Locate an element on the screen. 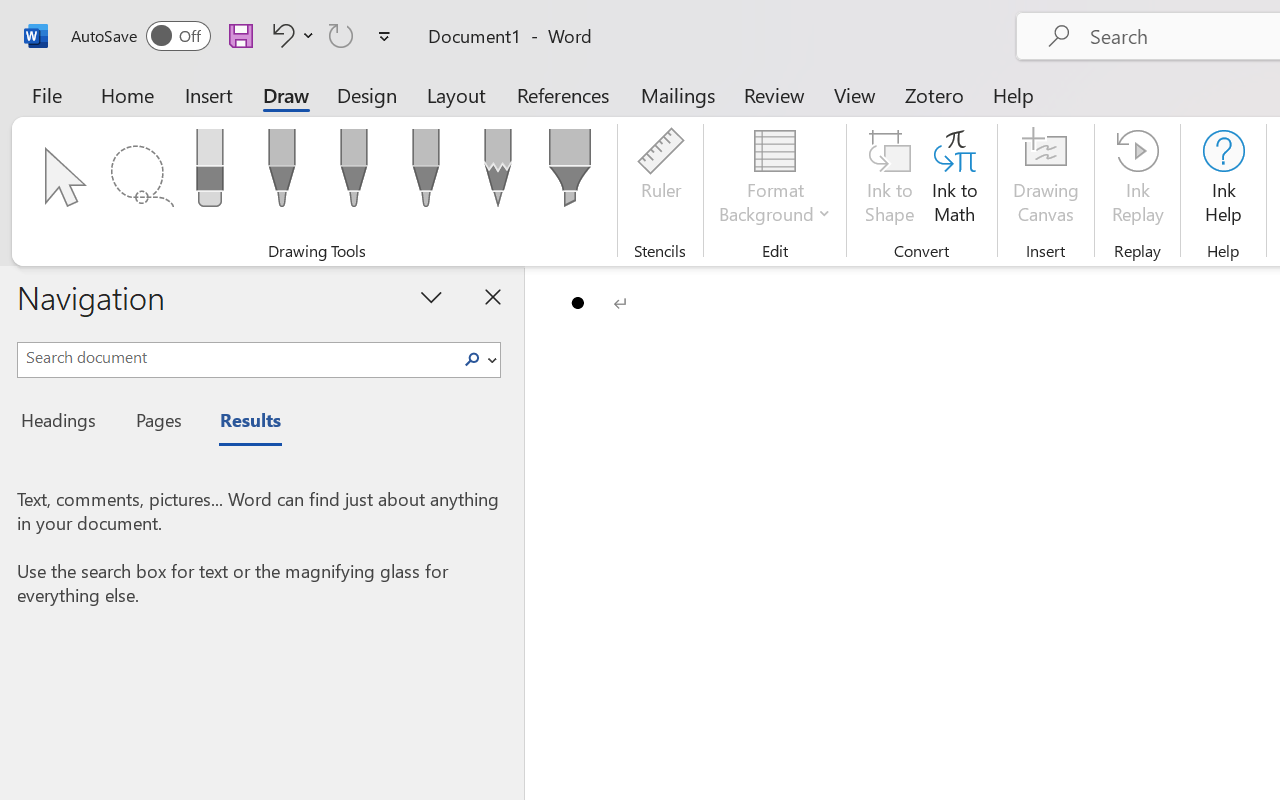  'Pen: Black, 0.5 mm' is located at coordinates (280, 173).